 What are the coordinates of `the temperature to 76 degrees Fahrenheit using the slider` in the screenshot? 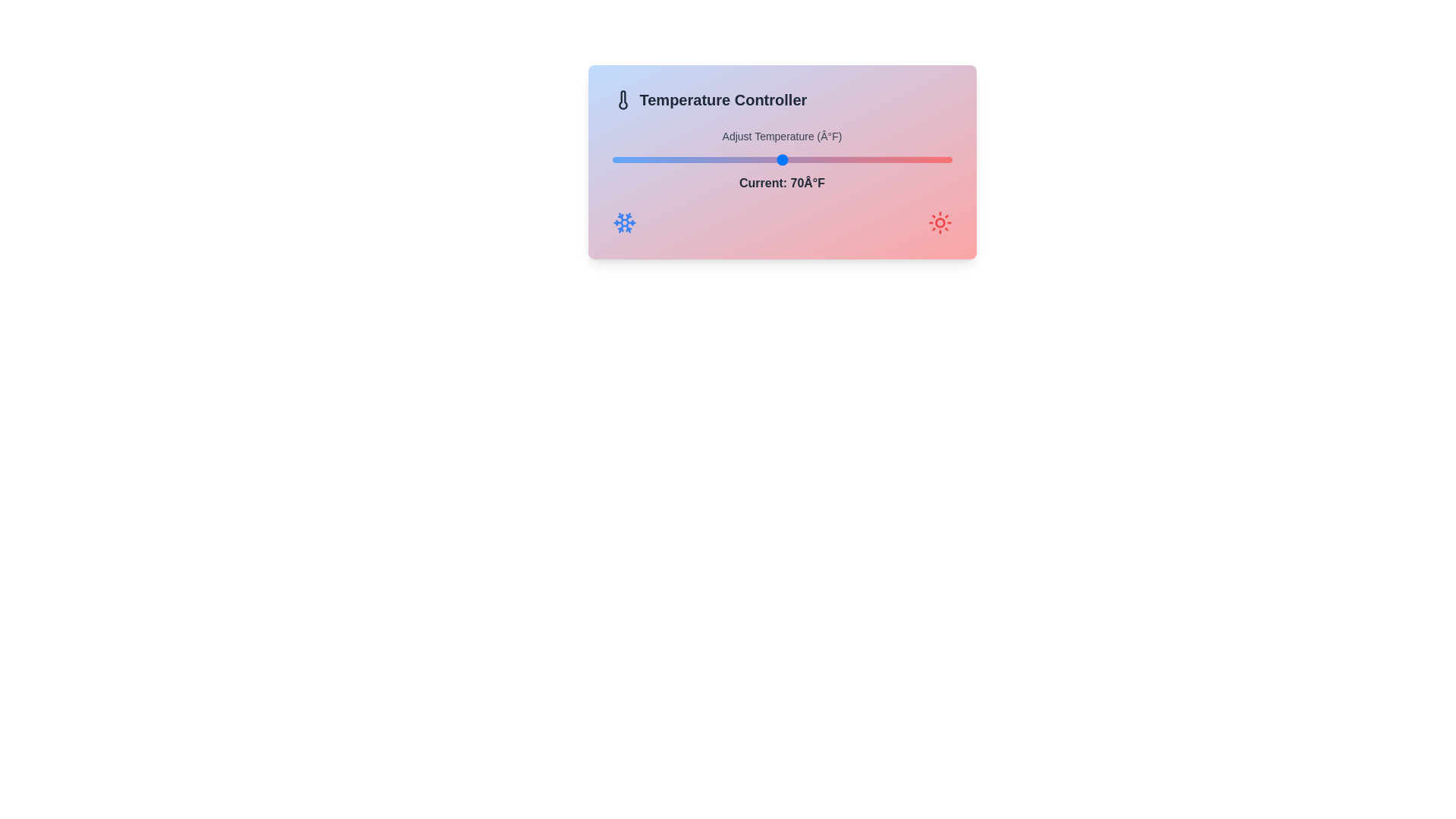 It's located at (832, 160).